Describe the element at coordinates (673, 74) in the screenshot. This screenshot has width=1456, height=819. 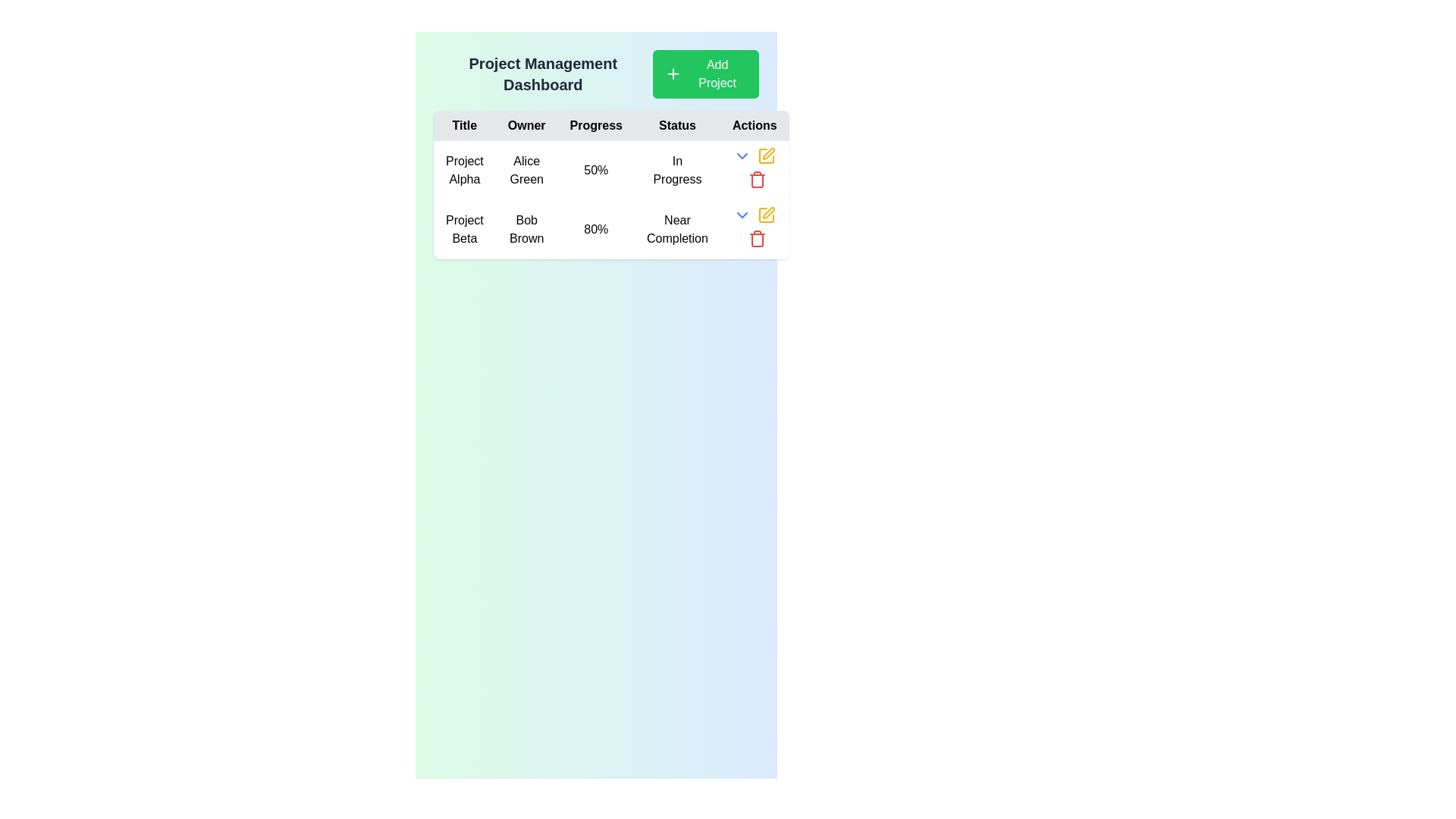
I see `the minimalistic green plus icon located in the top-right corner of the application interface, which is positioned inline to the left of the 'Add Project' text` at that location.